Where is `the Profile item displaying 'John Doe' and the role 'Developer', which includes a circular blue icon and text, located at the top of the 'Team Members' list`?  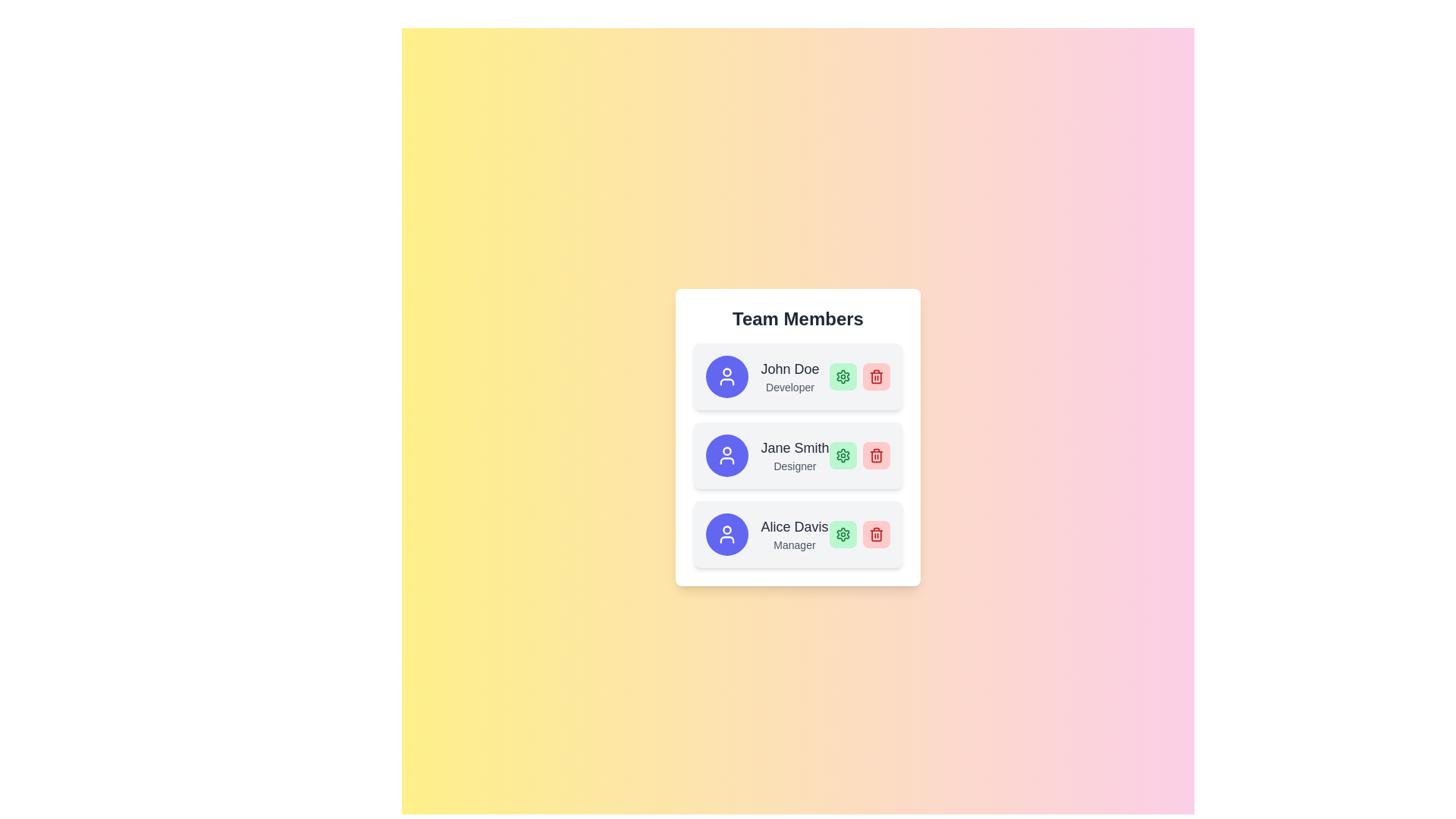
the Profile item displaying 'John Doe' and the role 'Developer', which includes a circular blue icon and text, located at the top of the 'Team Members' list is located at coordinates (763, 376).